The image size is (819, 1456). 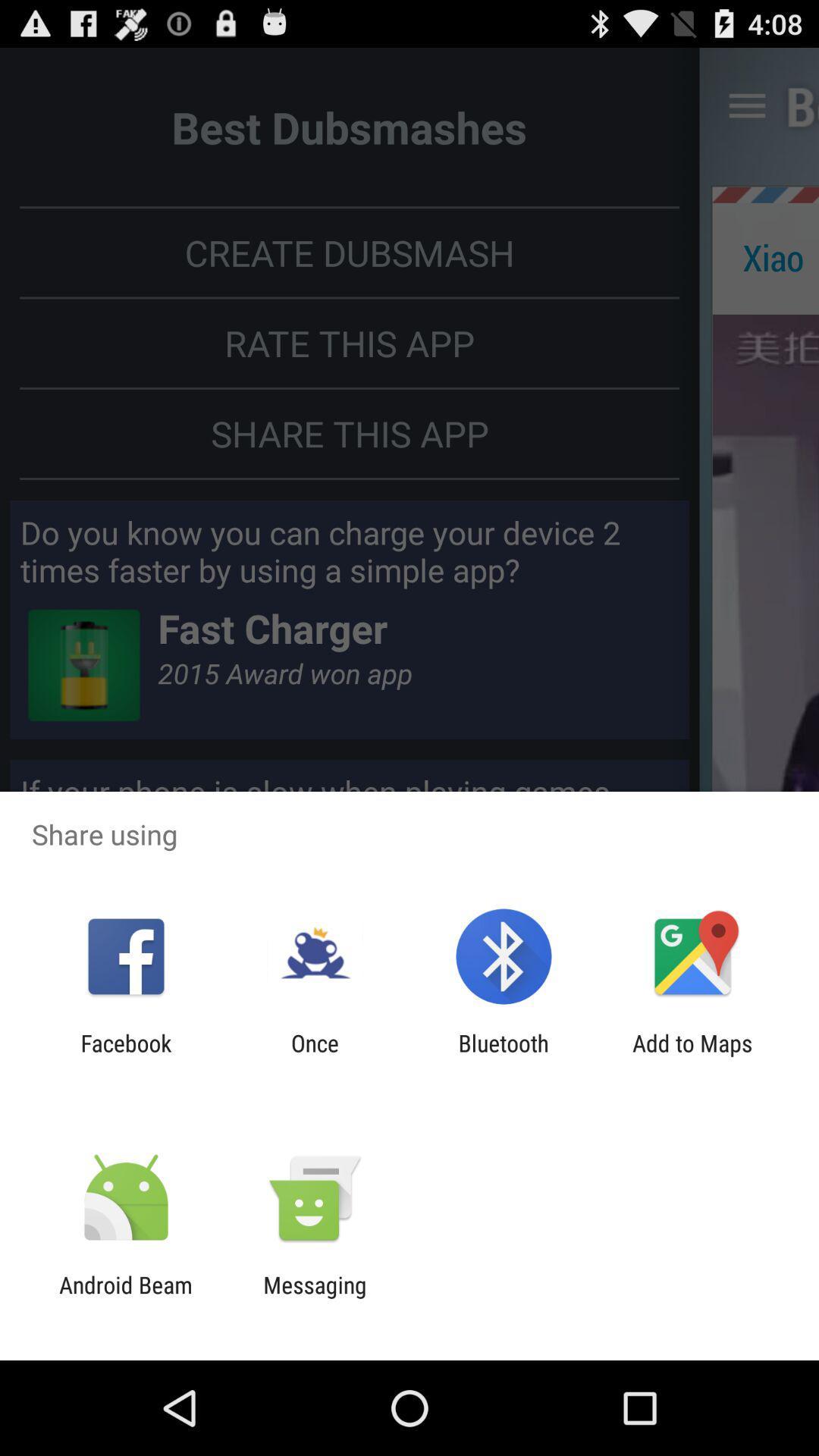 I want to click on the icon next to the bluetooth icon, so click(x=692, y=1056).